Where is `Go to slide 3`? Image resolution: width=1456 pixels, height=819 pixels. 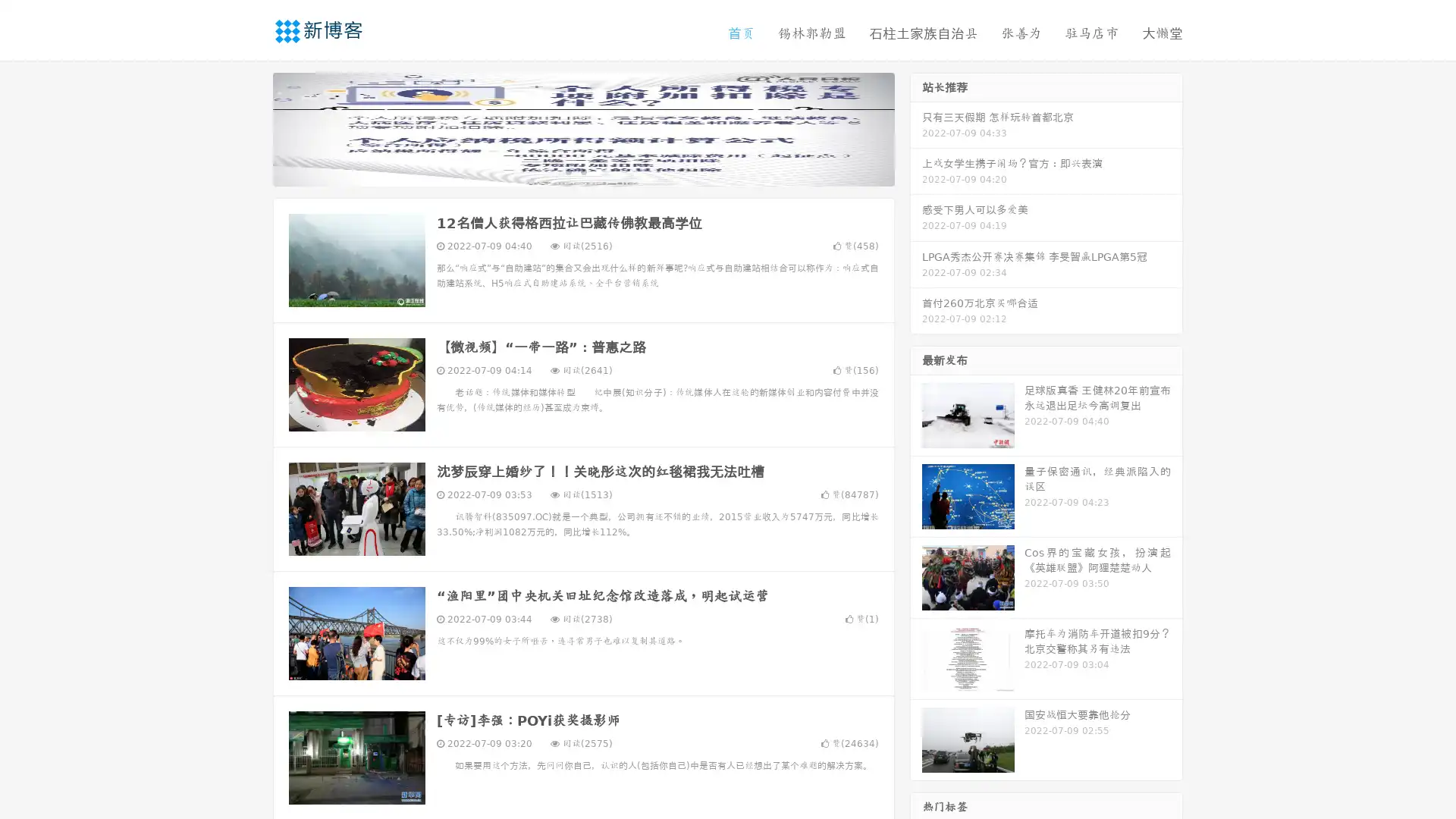
Go to slide 3 is located at coordinates (598, 171).